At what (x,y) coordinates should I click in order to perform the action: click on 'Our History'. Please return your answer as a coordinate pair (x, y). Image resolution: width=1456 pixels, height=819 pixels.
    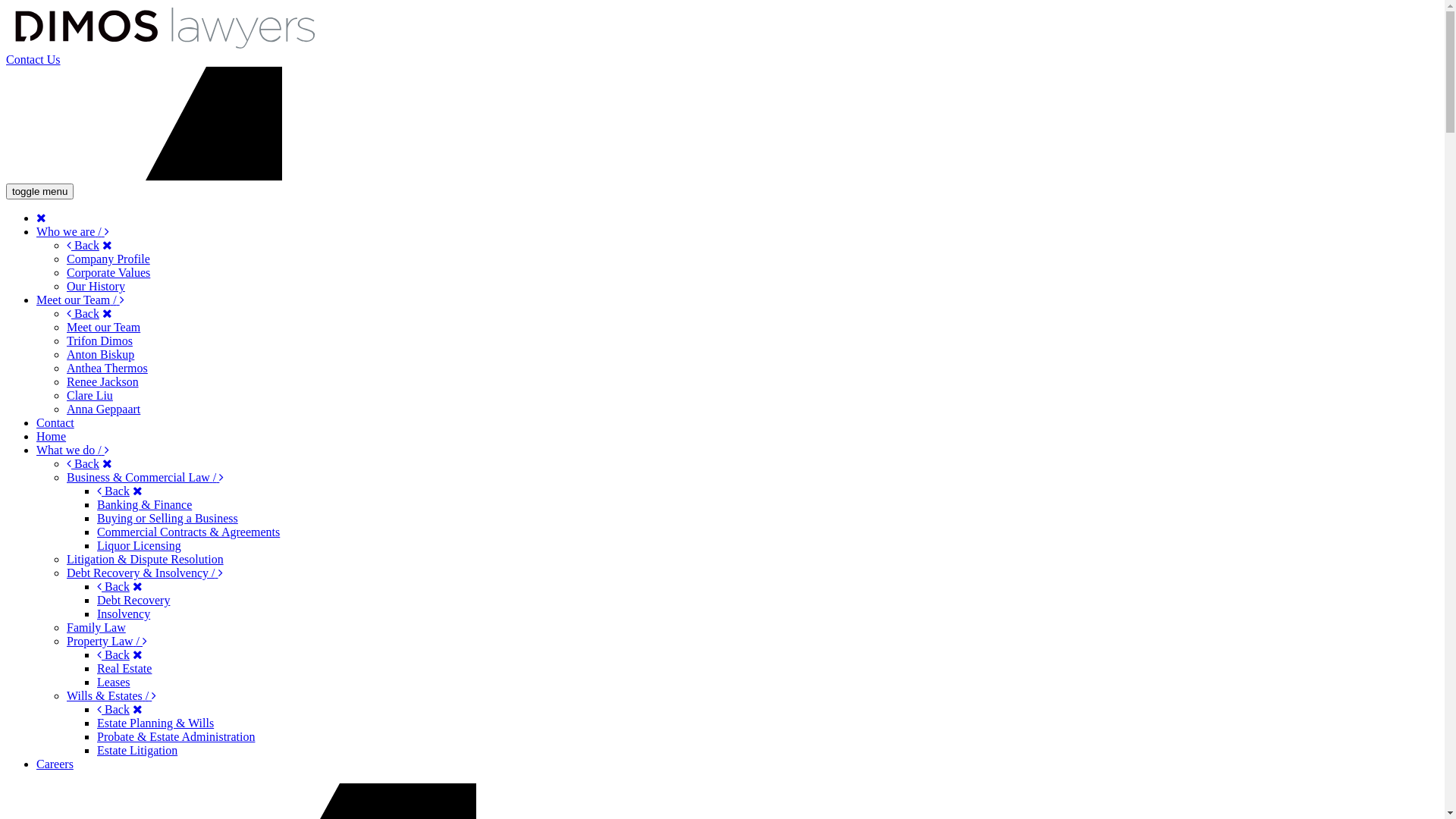
    Looking at the image, I should click on (95, 286).